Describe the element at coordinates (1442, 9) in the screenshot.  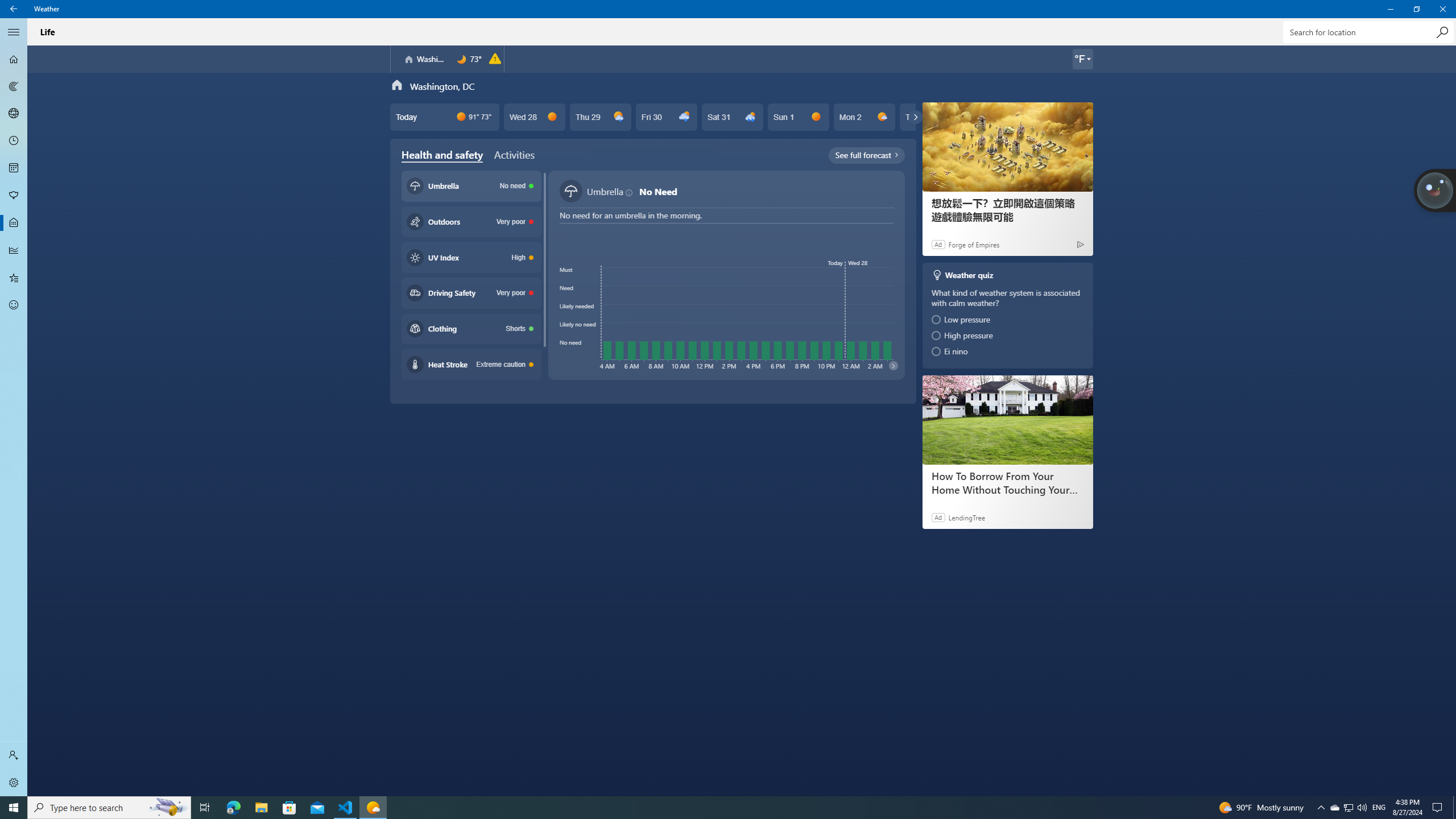
I see `'Close Weather'` at that location.